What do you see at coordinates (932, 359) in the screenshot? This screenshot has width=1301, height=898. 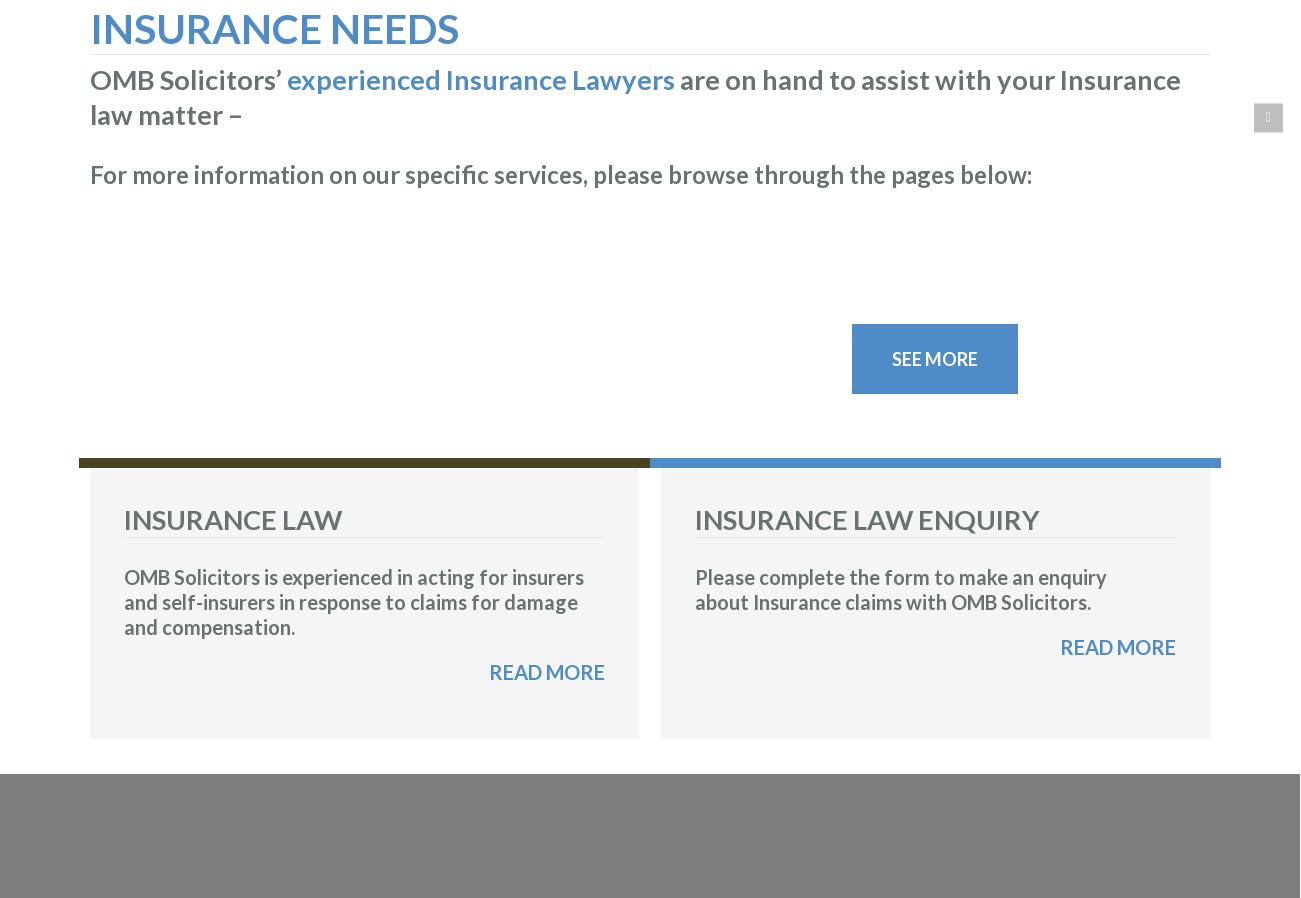 I see `'SEE MORE'` at bounding box center [932, 359].